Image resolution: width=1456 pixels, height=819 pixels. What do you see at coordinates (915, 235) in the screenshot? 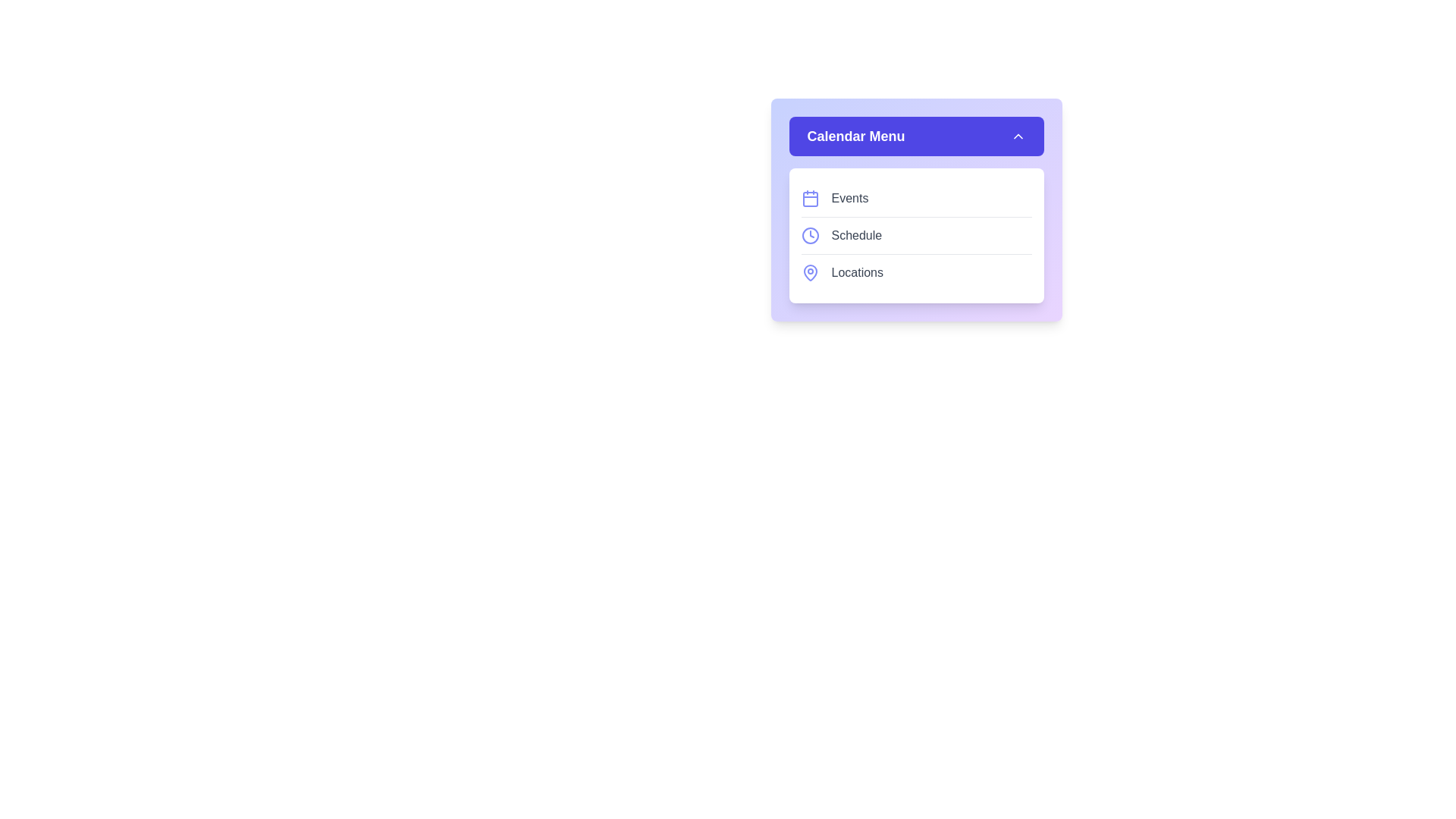
I see `the menu item Schedule to select it` at bounding box center [915, 235].